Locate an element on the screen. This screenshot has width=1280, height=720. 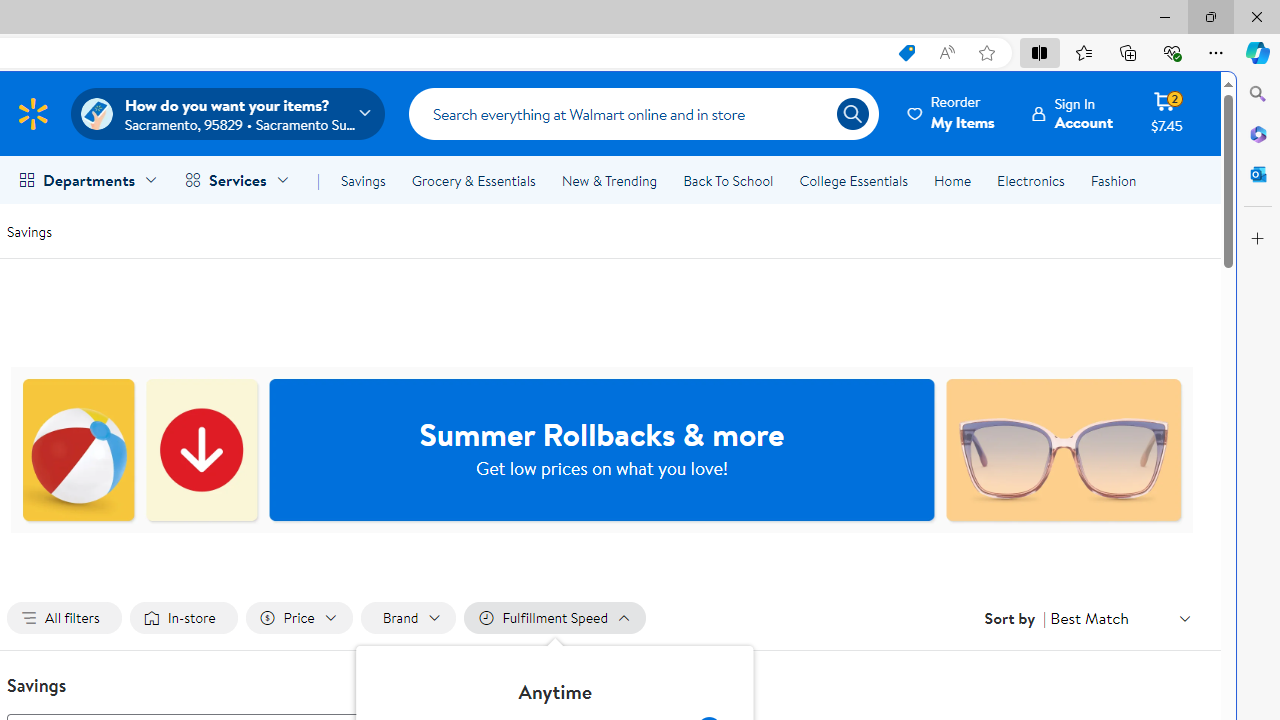
'Fashion' is located at coordinates (1112, 181).